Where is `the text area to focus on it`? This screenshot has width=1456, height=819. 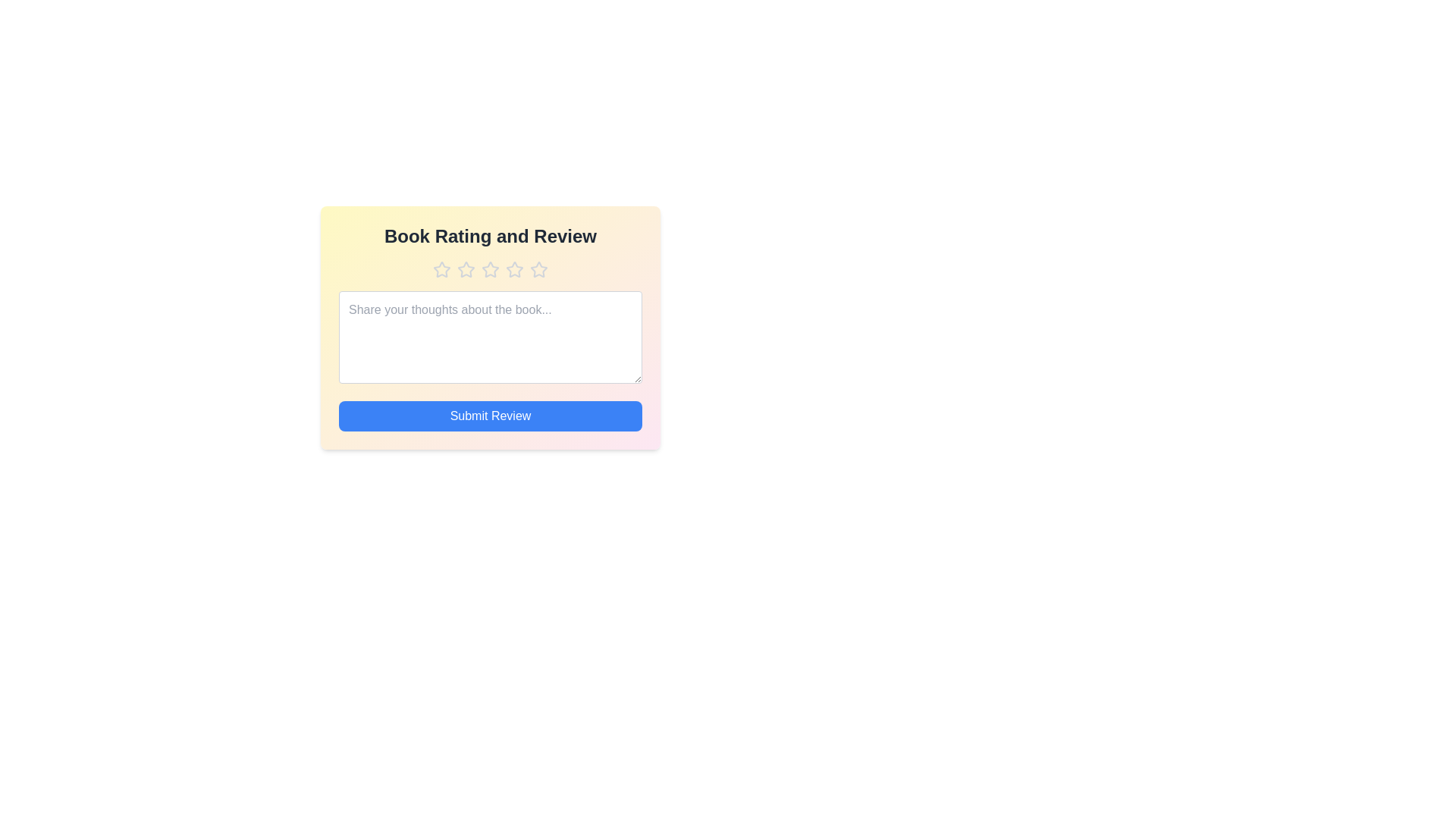 the text area to focus on it is located at coordinates (491, 336).